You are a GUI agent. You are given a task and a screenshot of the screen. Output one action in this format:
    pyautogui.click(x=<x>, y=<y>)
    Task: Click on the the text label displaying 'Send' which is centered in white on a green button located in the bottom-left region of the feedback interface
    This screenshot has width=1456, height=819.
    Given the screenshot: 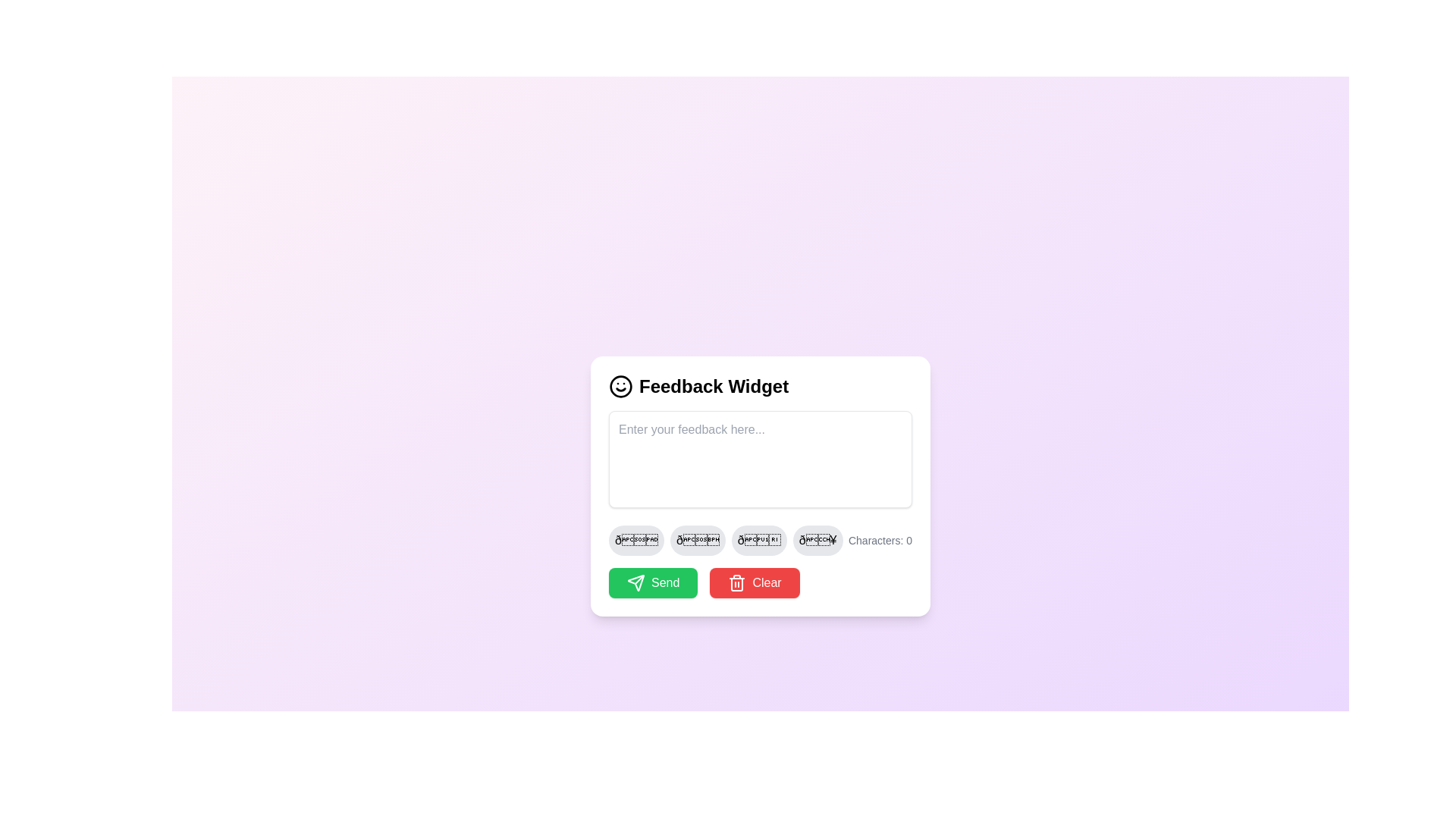 What is the action you would take?
    pyautogui.click(x=665, y=582)
    